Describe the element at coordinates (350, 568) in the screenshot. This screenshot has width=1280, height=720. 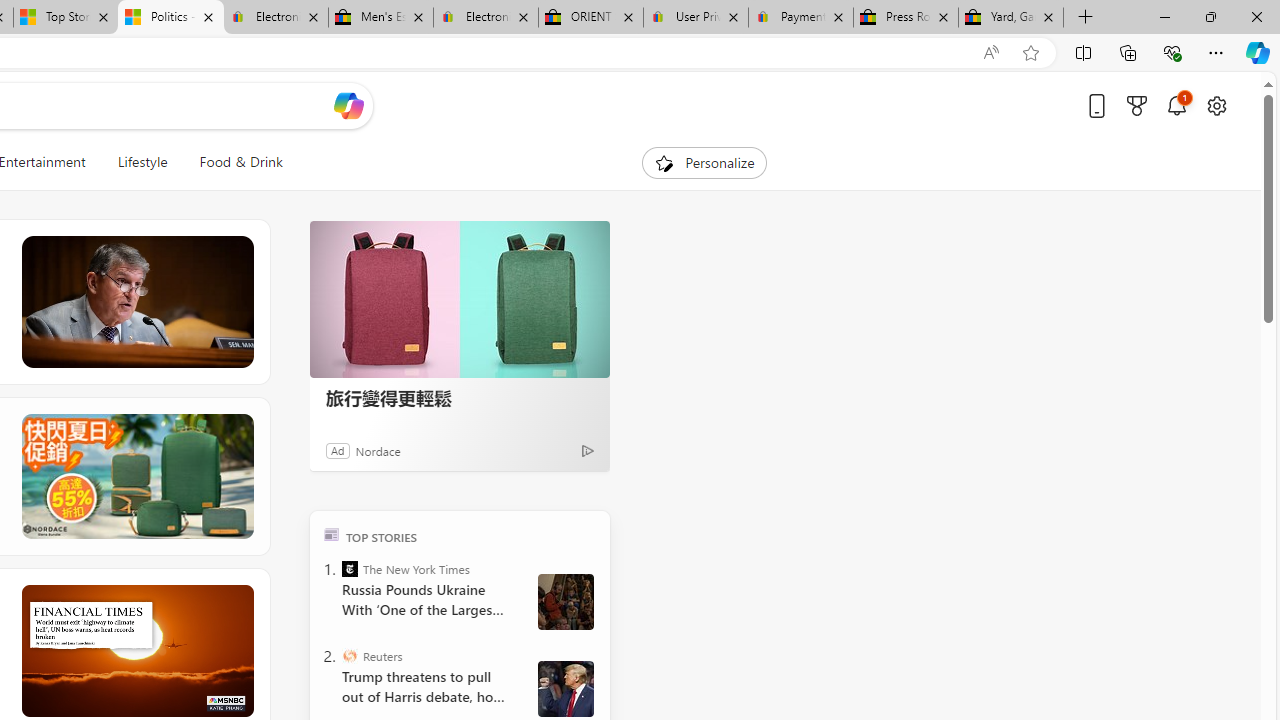
I see `'The New York Times'` at that location.